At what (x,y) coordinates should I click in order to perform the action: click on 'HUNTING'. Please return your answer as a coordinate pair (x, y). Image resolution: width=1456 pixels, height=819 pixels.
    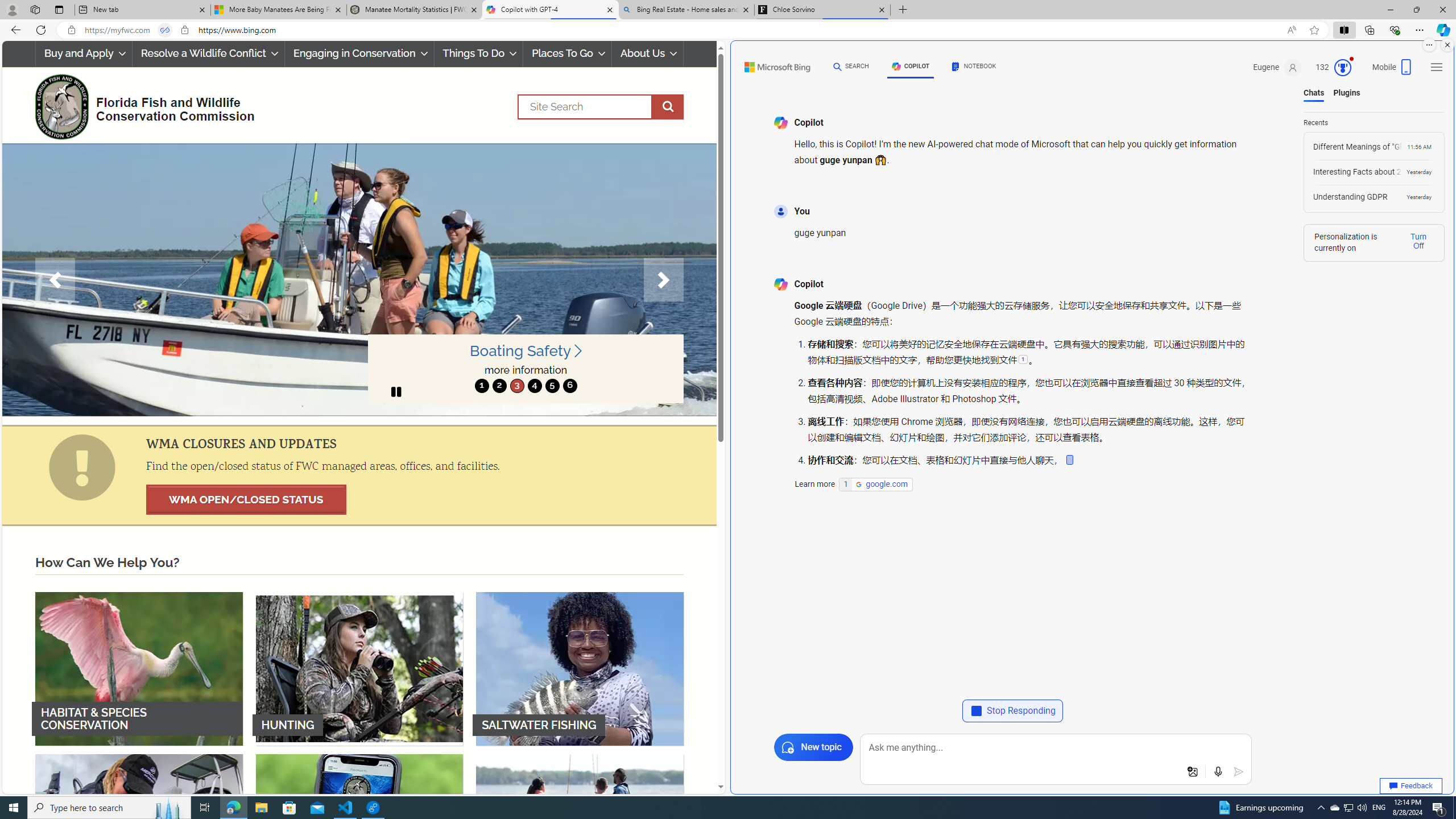
    Looking at the image, I should click on (359, 668).